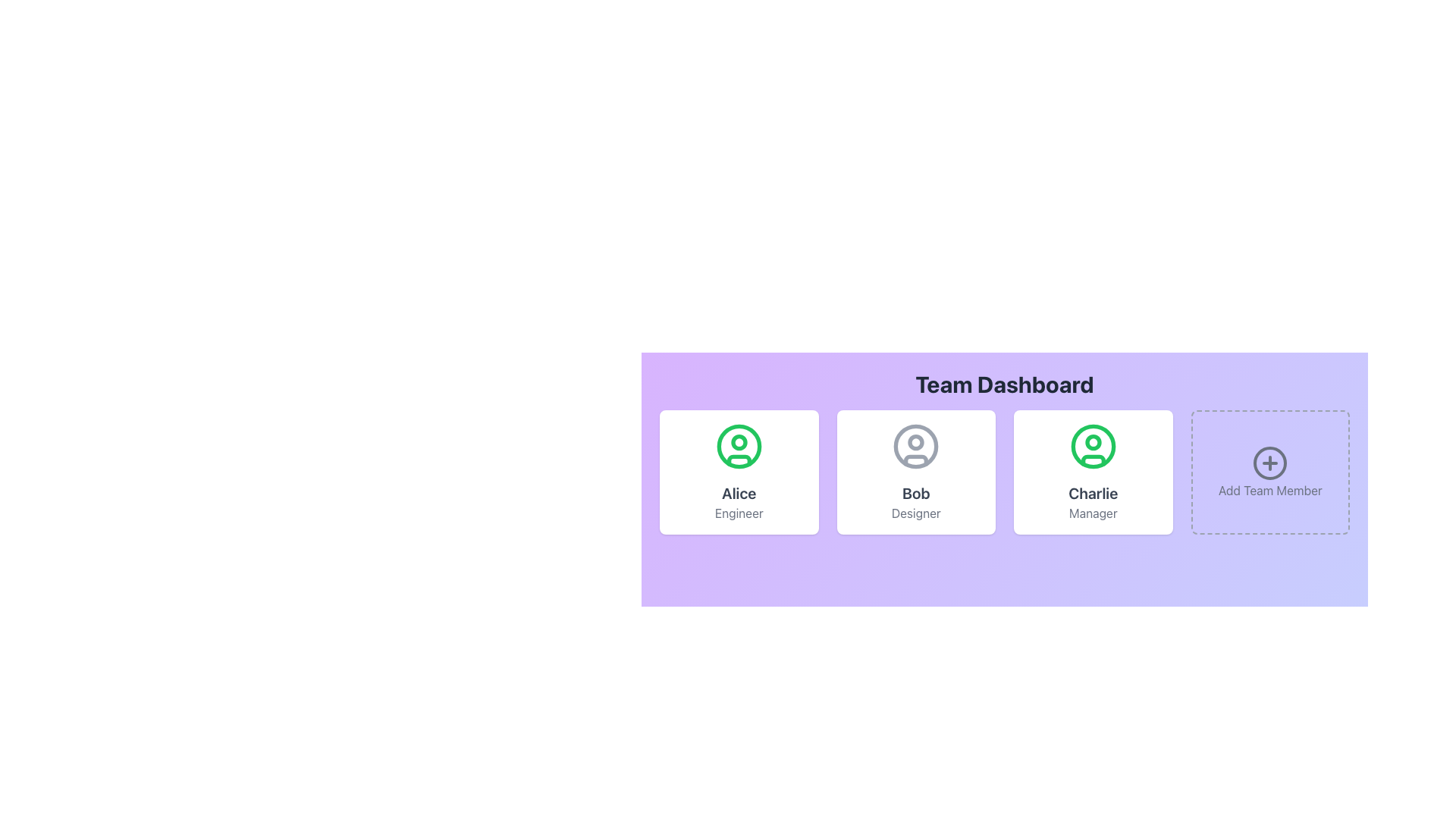  I want to click on the user profile icon representing Charlie, located in the upper central area of the card titled 'Charlie Manager', which is the third card from the left in the team dashboard layout, so click(1093, 446).